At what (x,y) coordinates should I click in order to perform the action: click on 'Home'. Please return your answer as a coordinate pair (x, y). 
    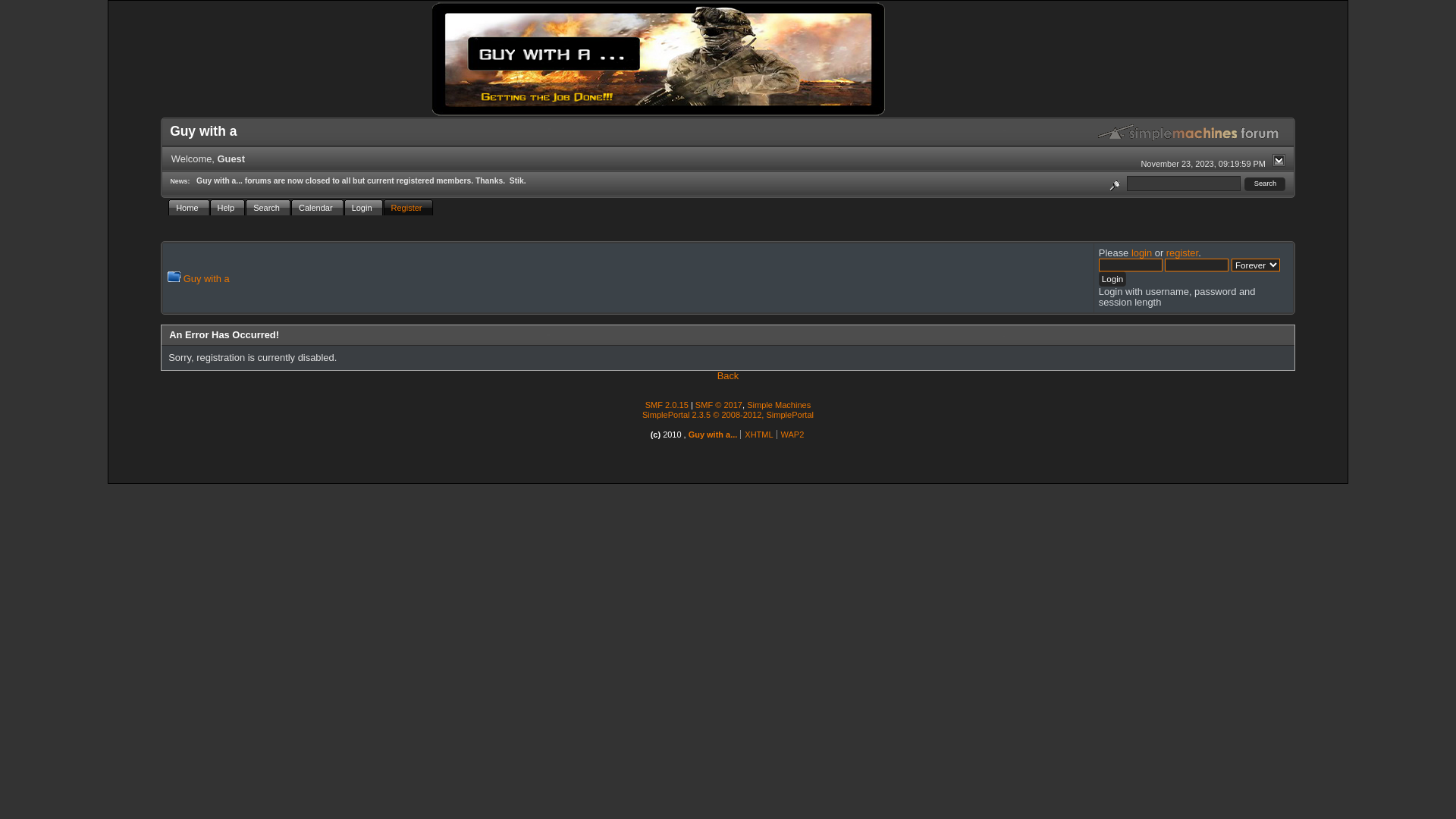
    Looking at the image, I should click on (188, 207).